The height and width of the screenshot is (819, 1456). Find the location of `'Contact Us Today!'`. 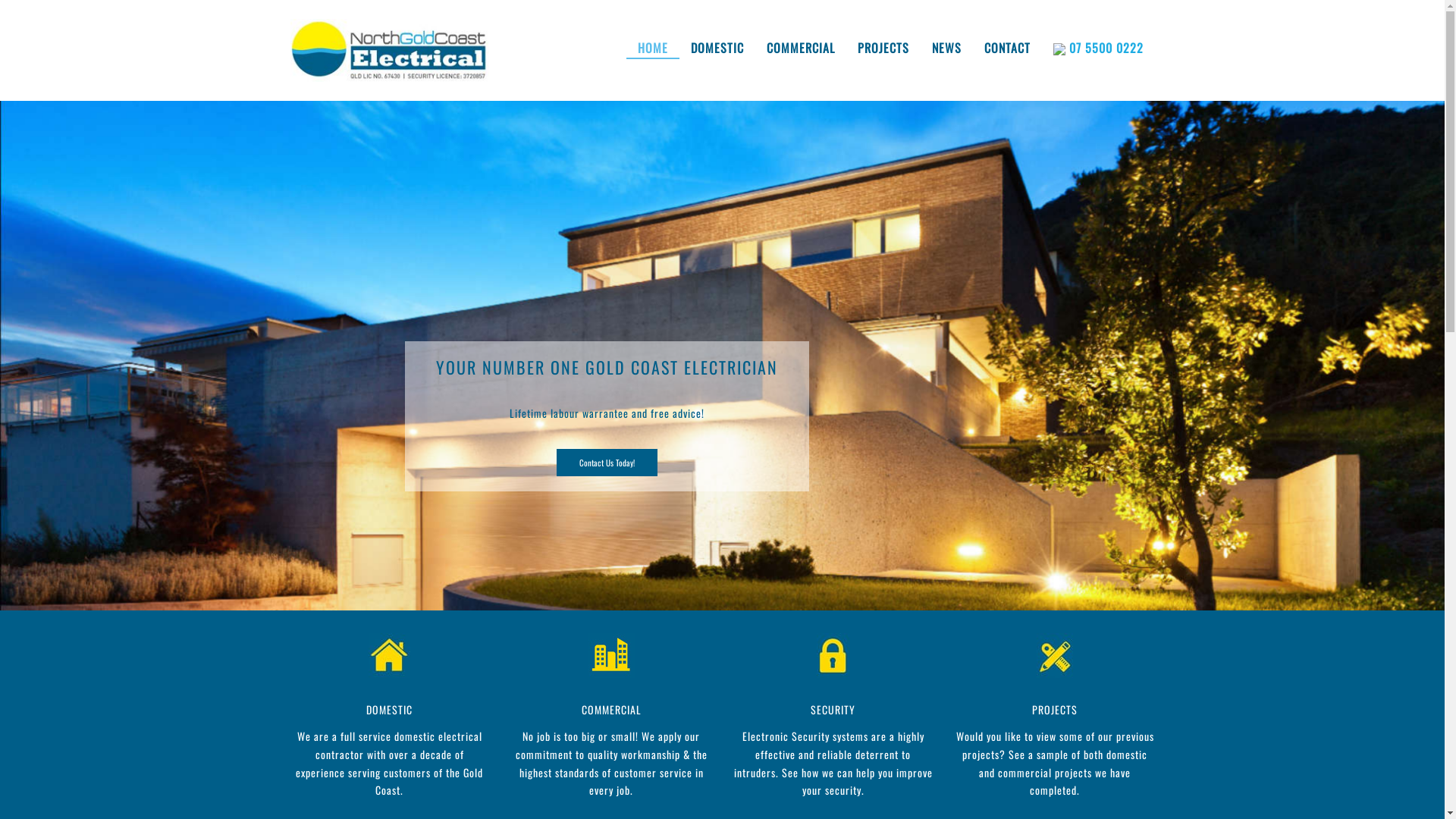

'Contact Us Today!' is located at coordinates (607, 461).